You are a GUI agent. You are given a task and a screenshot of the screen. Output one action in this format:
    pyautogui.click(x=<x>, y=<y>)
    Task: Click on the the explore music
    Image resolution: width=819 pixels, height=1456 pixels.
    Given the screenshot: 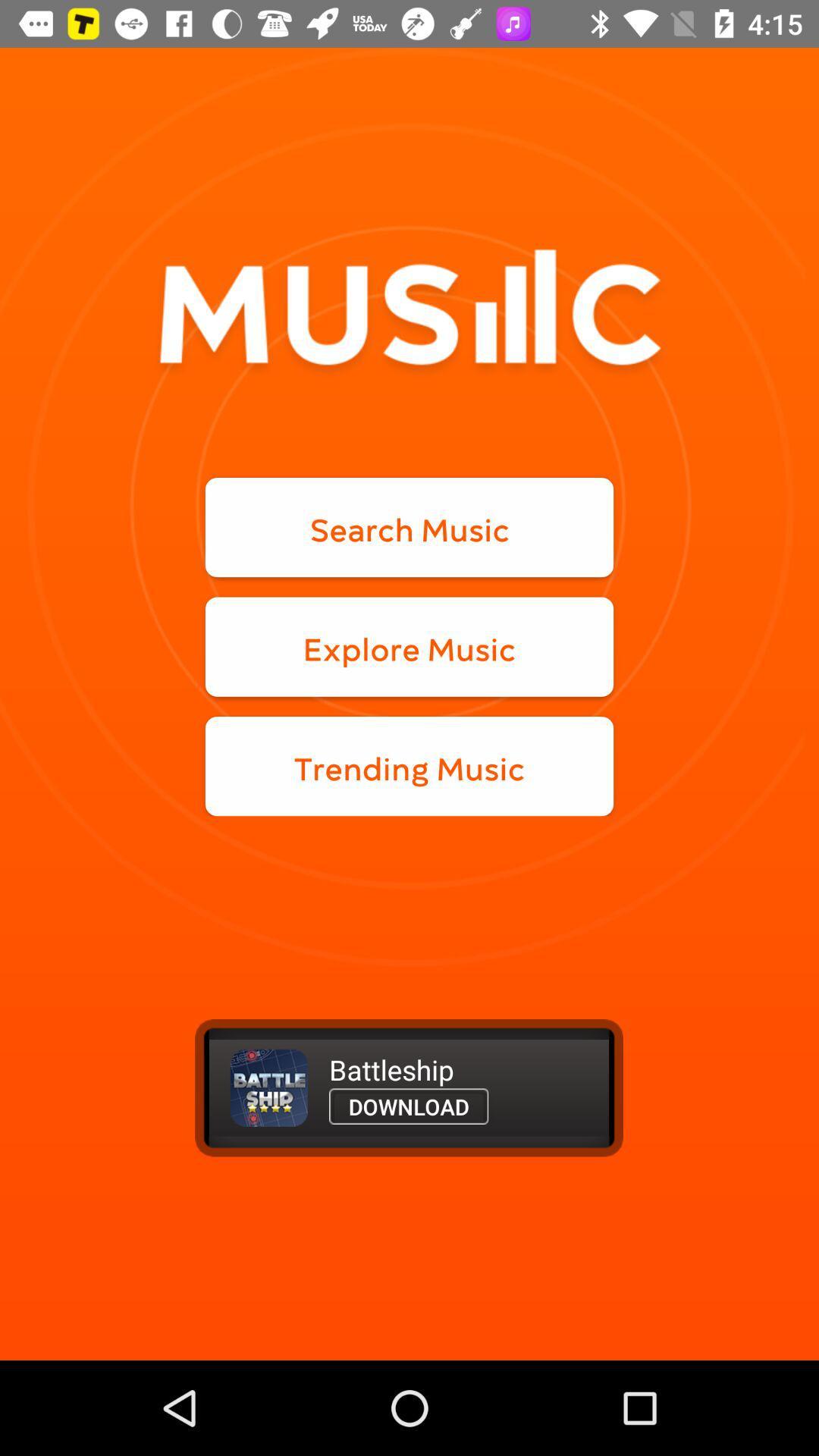 What is the action you would take?
    pyautogui.click(x=409, y=647)
    